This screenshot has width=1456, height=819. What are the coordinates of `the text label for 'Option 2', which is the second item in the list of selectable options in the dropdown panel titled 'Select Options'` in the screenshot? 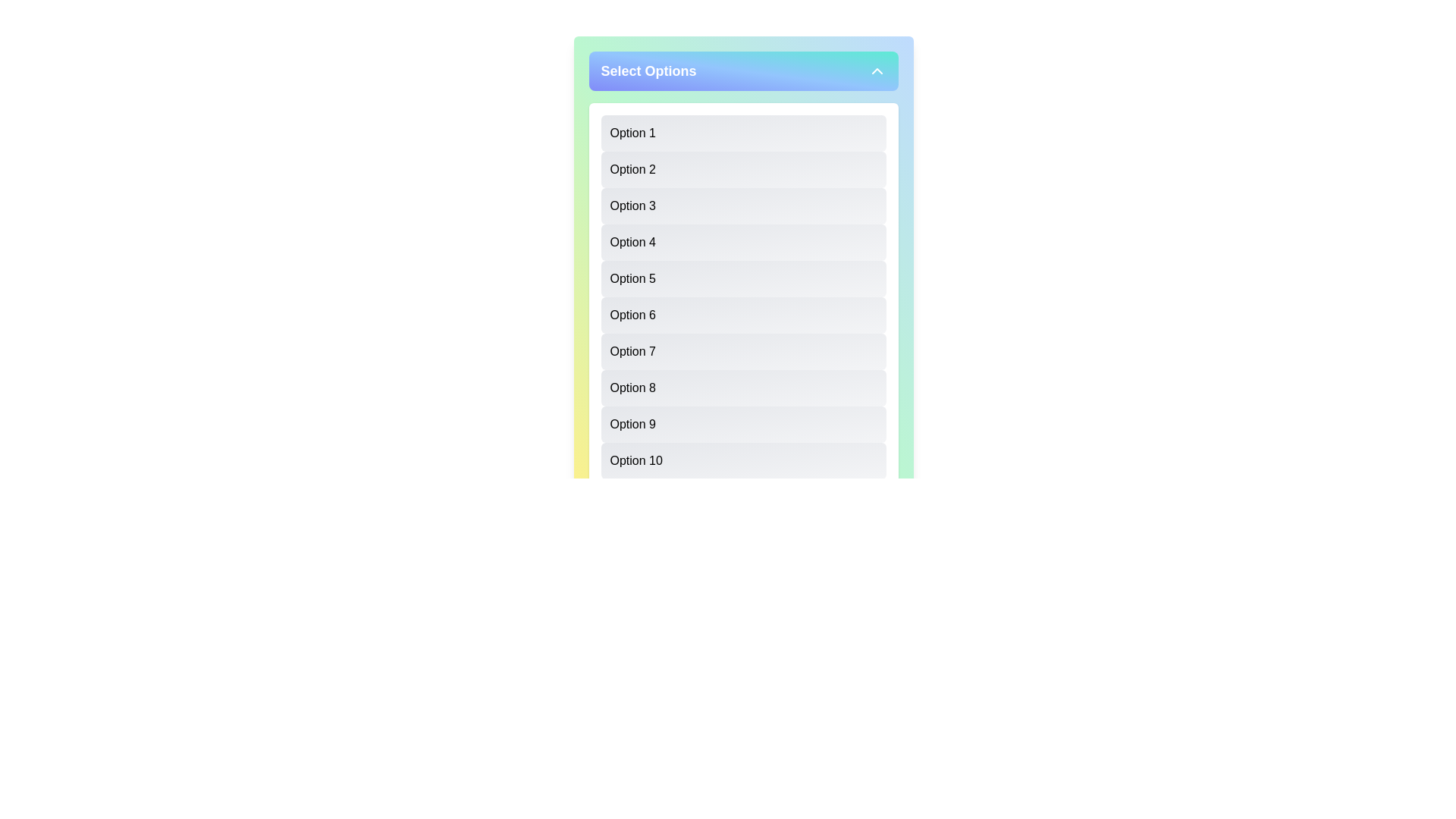 It's located at (632, 169).